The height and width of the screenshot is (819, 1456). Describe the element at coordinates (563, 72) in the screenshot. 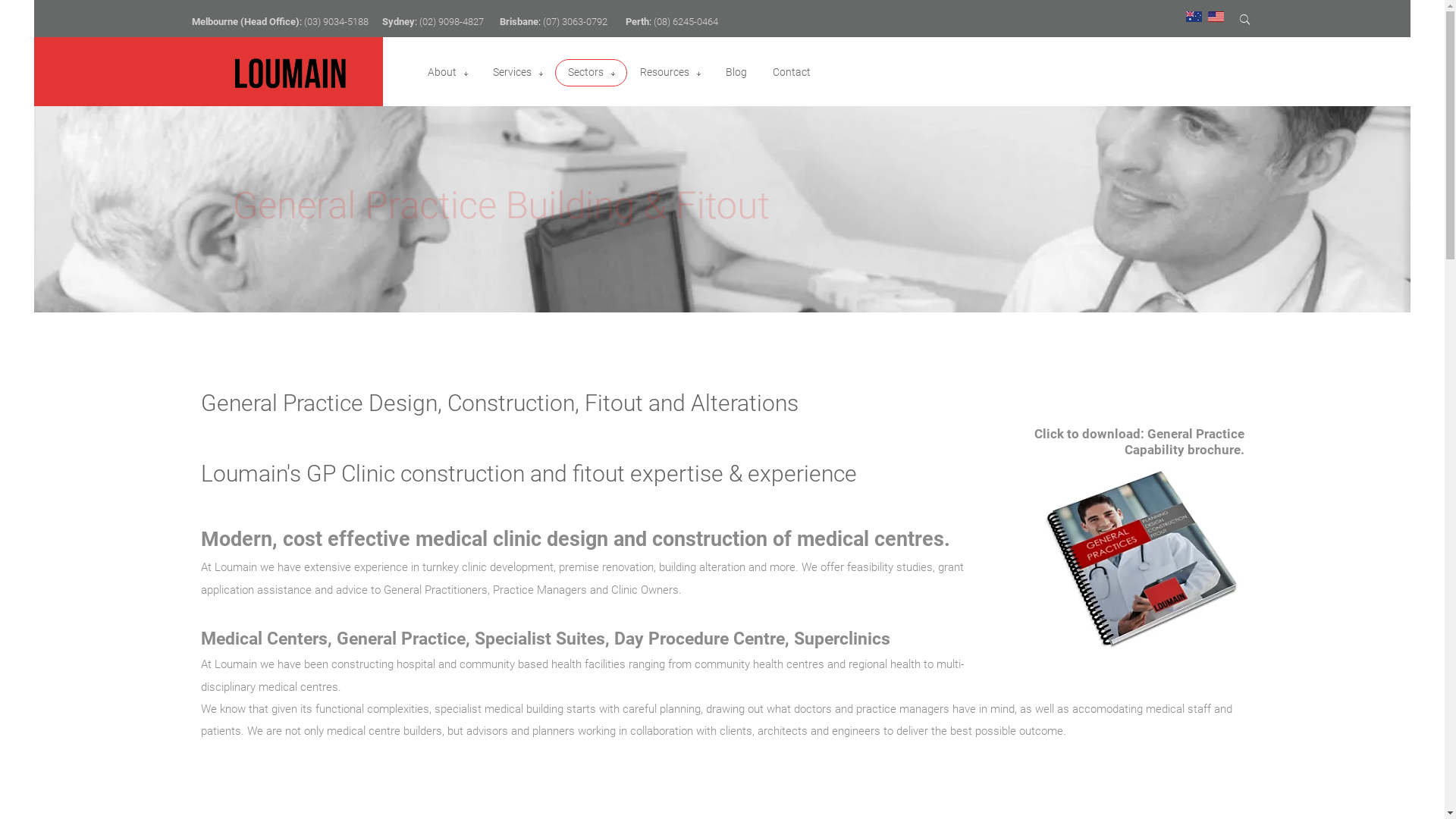

I see `'Sectors'` at that location.